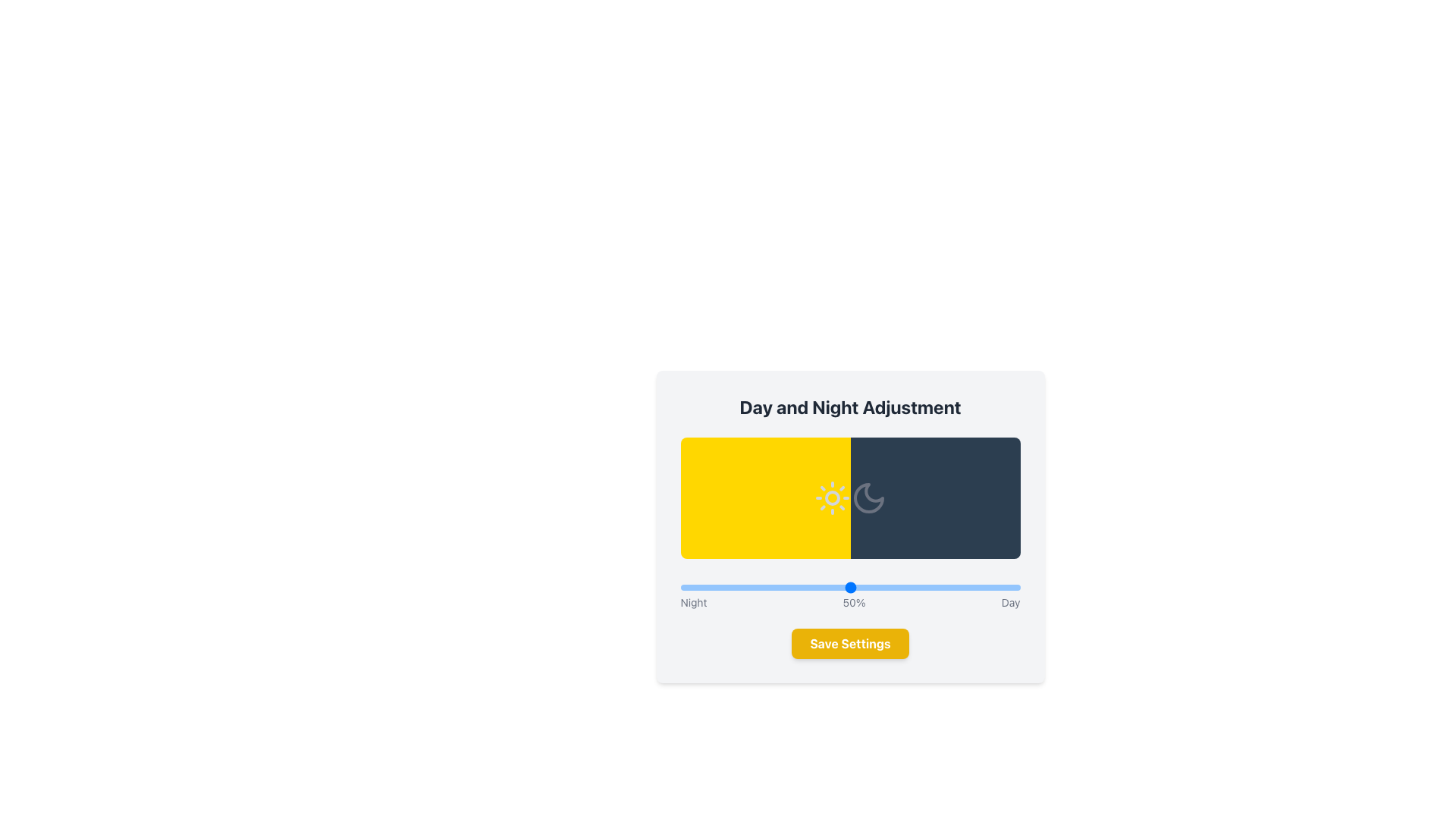 This screenshot has height=819, width=1456. Describe the element at coordinates (831, 497) in the screenshot. I see `the central circle of the sun icon in the Day and Night Adjustment feature, which is represented by an SVG shape located in the top-left part of the yellow box` at that location.